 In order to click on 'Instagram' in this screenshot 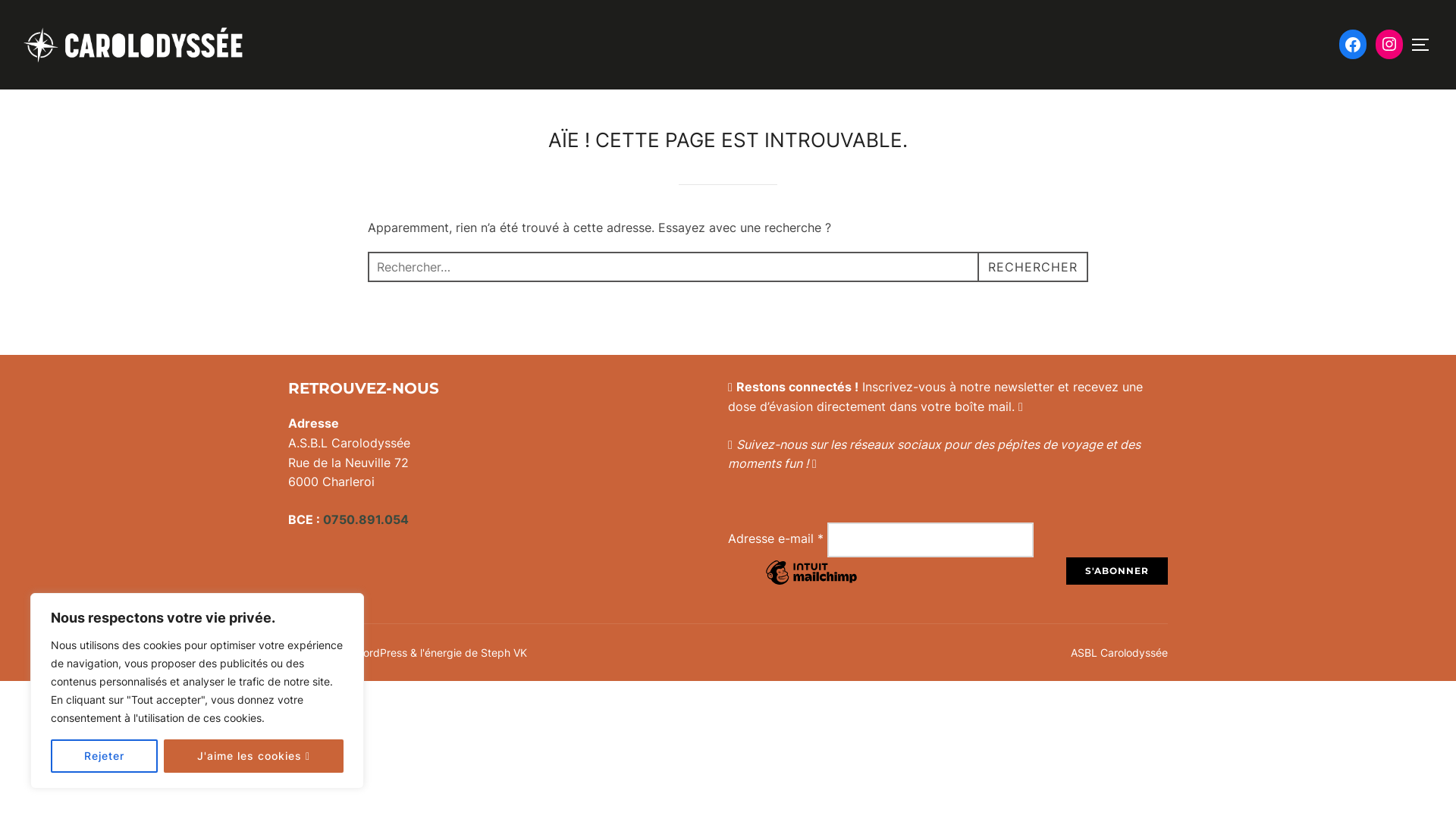, I will do `click(1389, 42)`.